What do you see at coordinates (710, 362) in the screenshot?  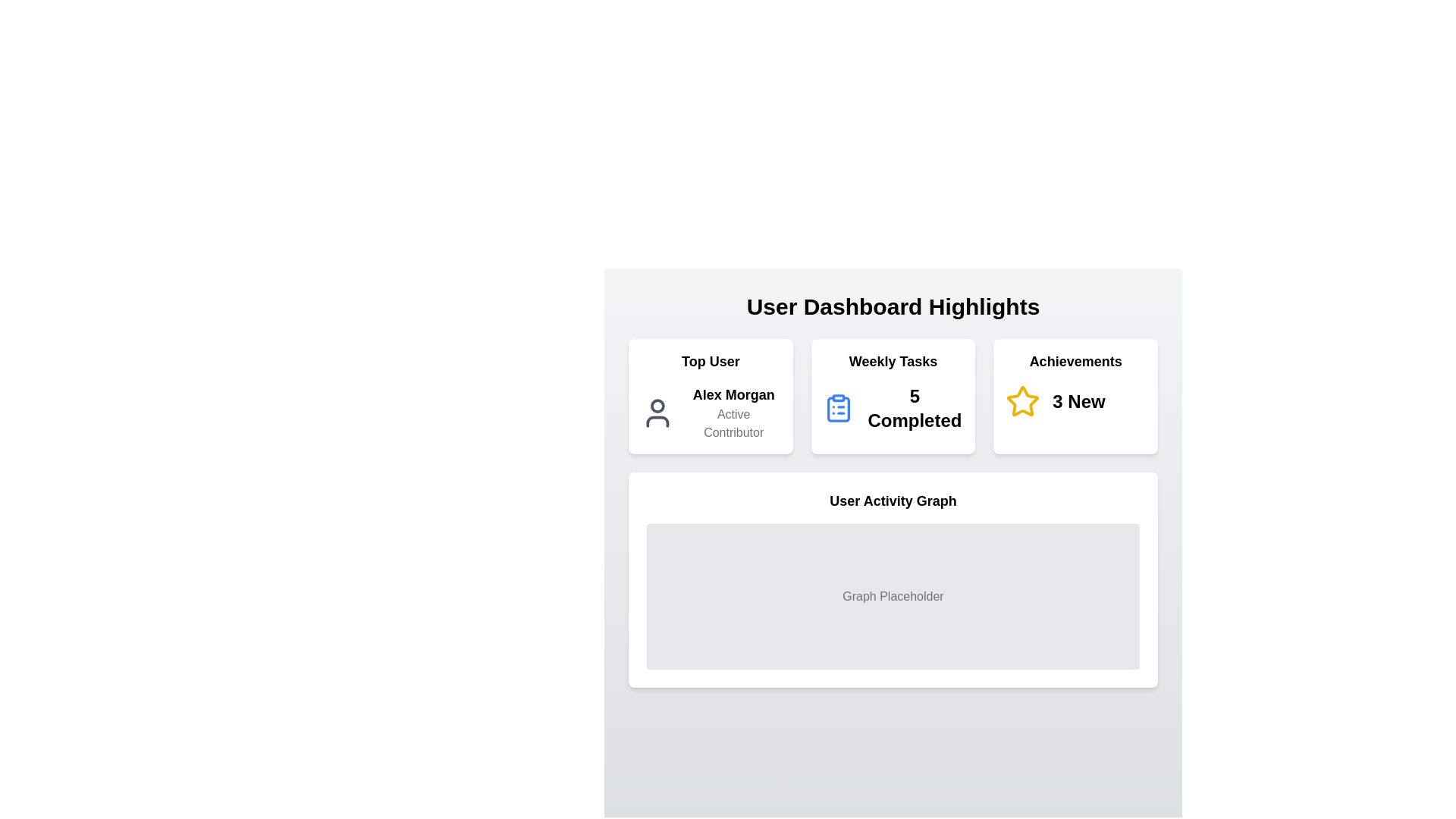 I see `the 'Top User' text label, which is styled with bold and larger font, located at the top of a profile card in the upper left quadrant of the interface` at bounding box center [710, 362].